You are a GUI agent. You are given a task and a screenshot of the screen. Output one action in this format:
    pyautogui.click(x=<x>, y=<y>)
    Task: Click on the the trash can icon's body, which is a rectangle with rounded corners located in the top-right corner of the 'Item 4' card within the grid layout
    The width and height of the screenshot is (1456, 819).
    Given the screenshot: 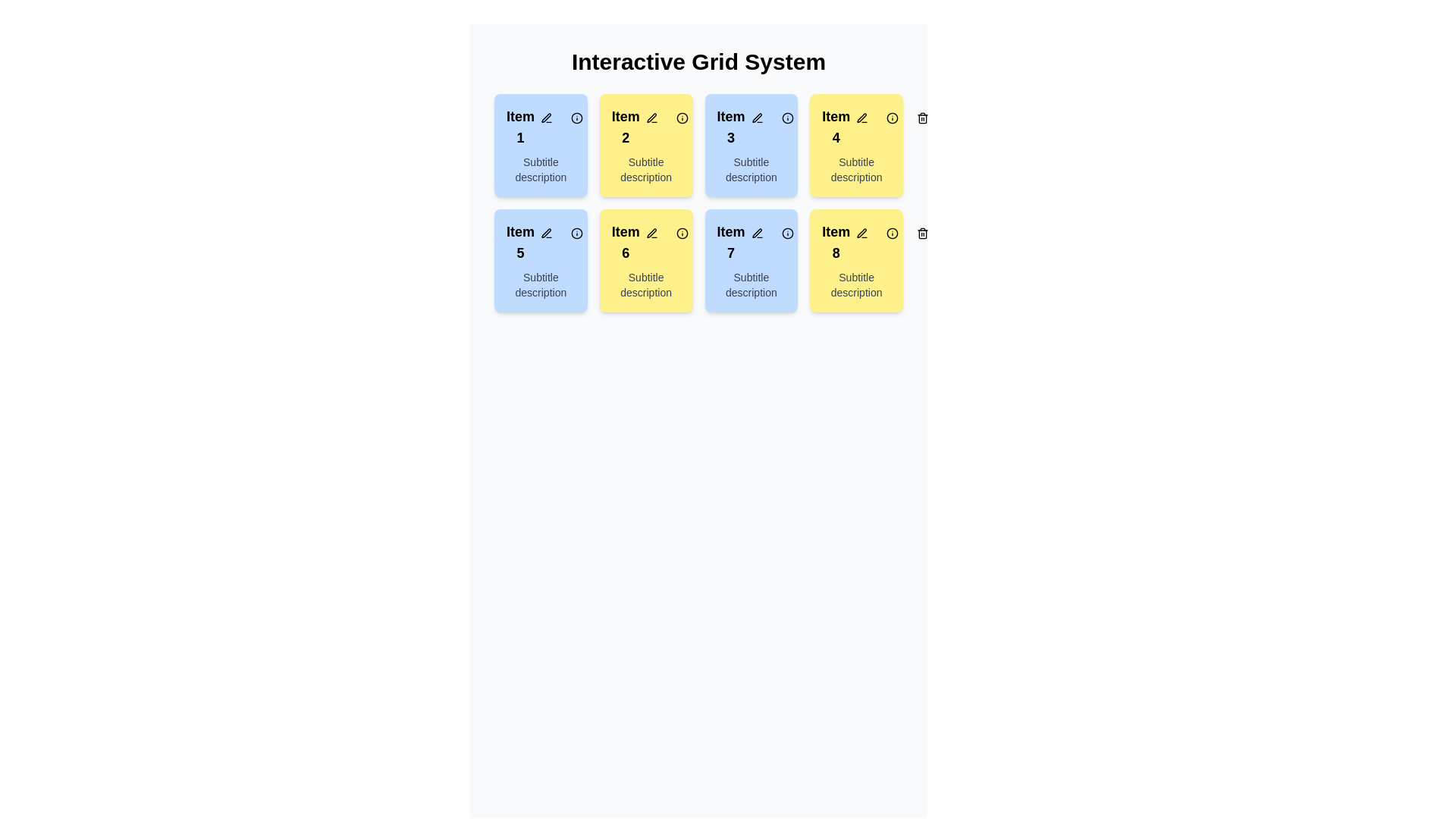 What is the action you would take?
    pyautogui.click(x=817, y=118)
    